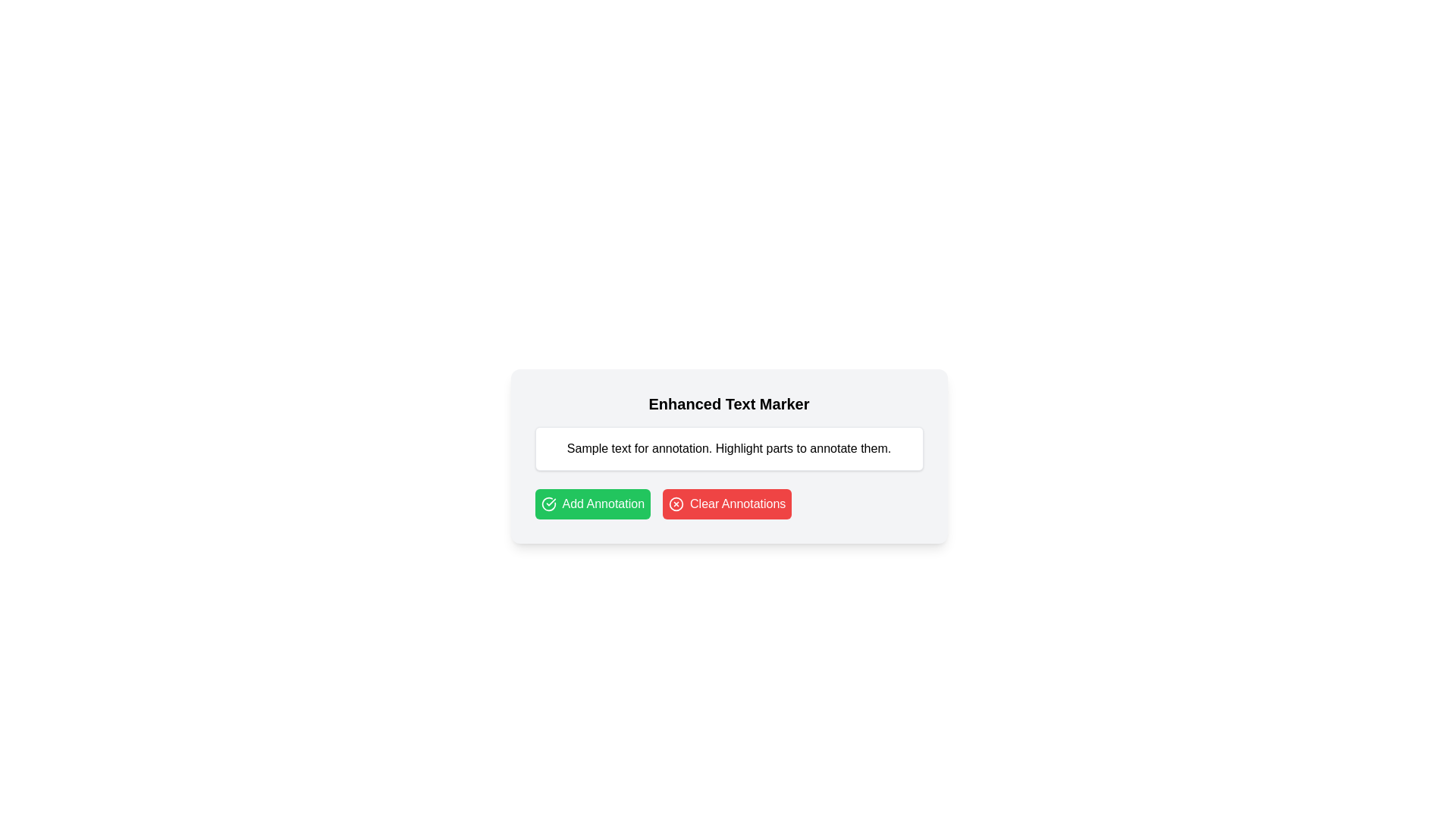 This screenshot has width=1456, height=819. Describe the element at coordinates (744, 447) in the screenshot. I see `the letter 'i' which is the 4th character in the word 'Highlight' within the instructional text paragraph displayed in the middle section of the interface` at that location.